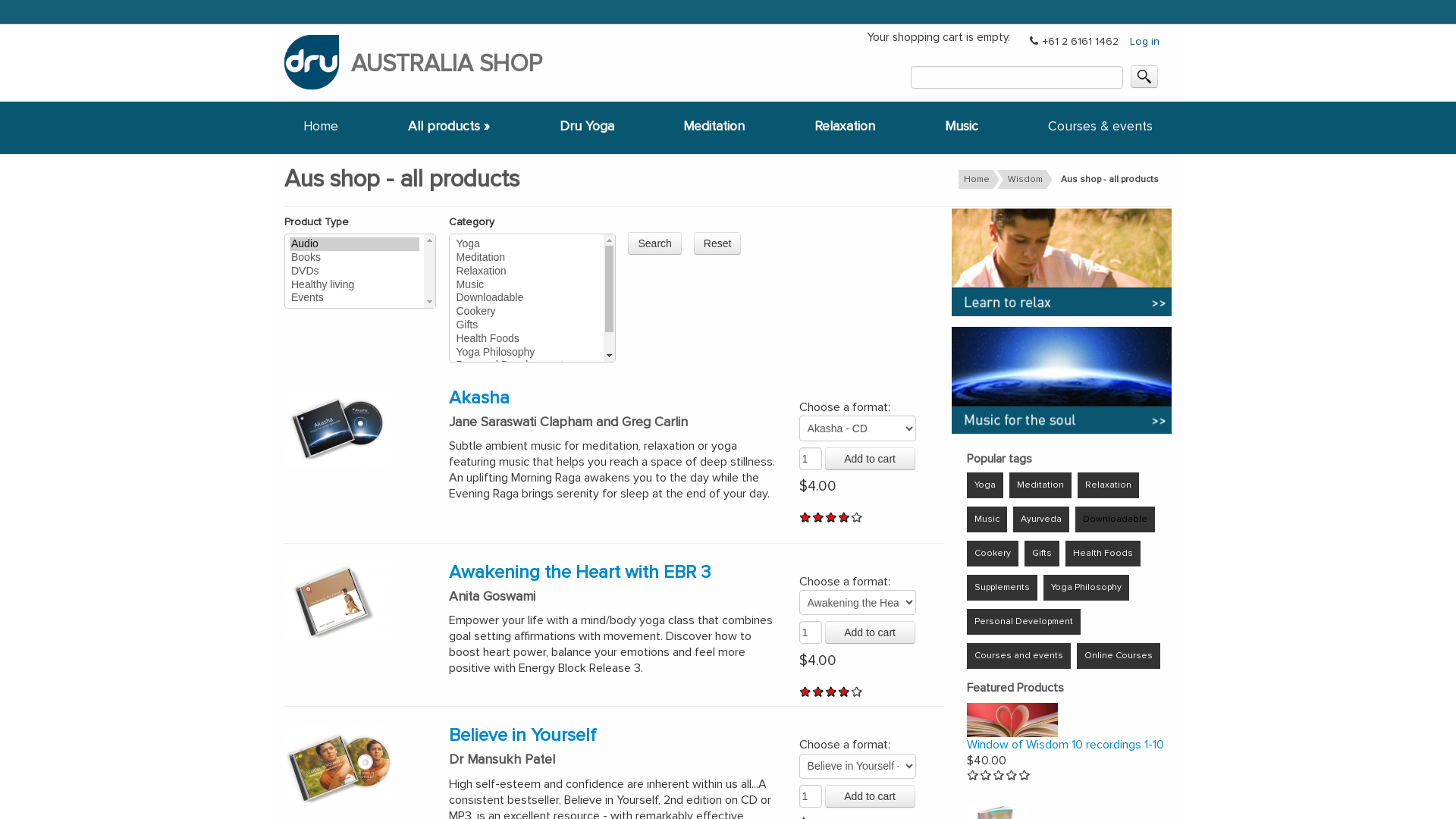 This screenshot has height=819, width=1456. I want to click on 'Yoga', so click(985, 485).